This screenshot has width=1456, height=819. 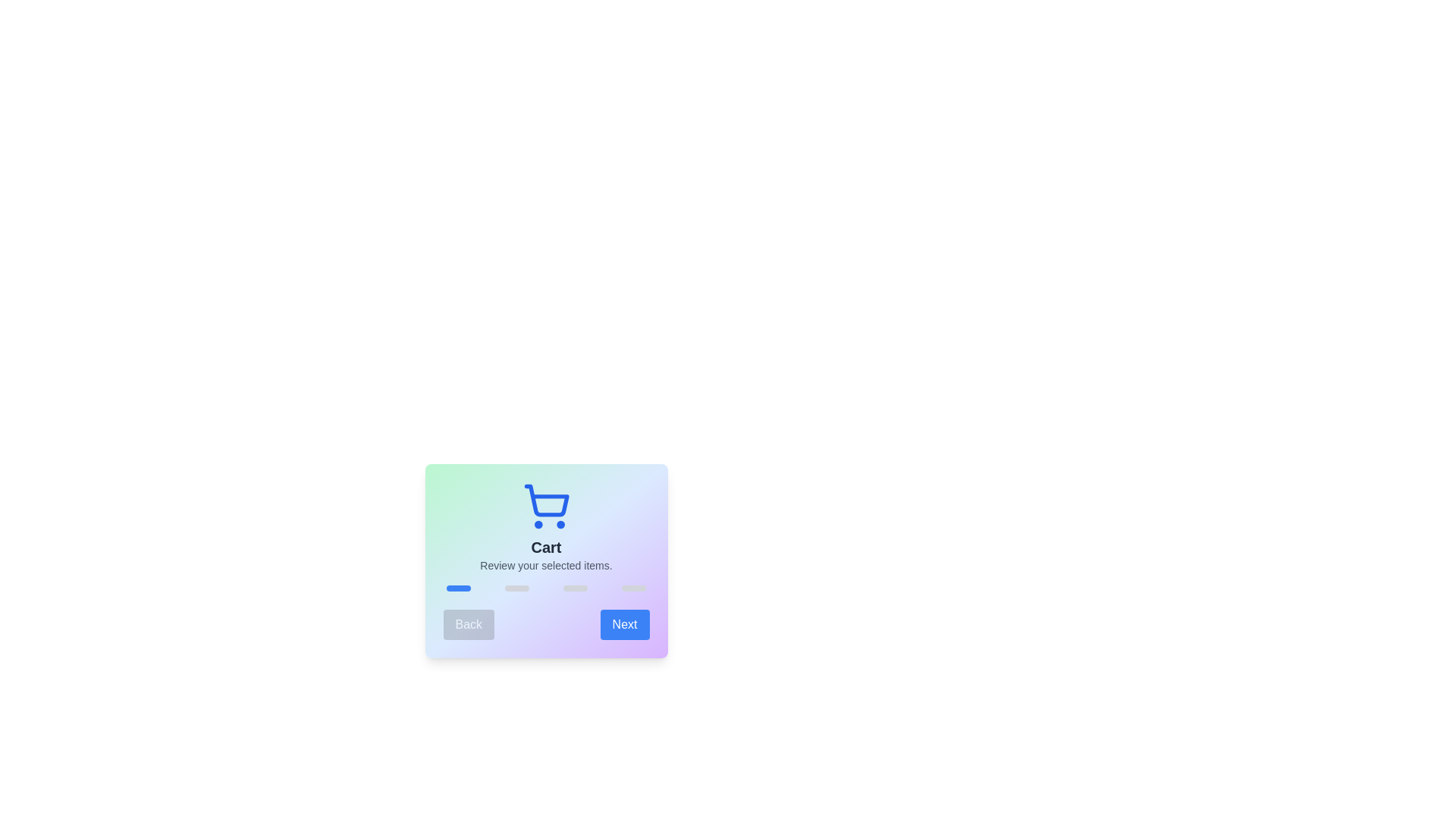 What do you see at coordinates (468, 625) in the screenshot?
I see `'Back' button to navigate to the previous step` at bounding box center [468, 625].